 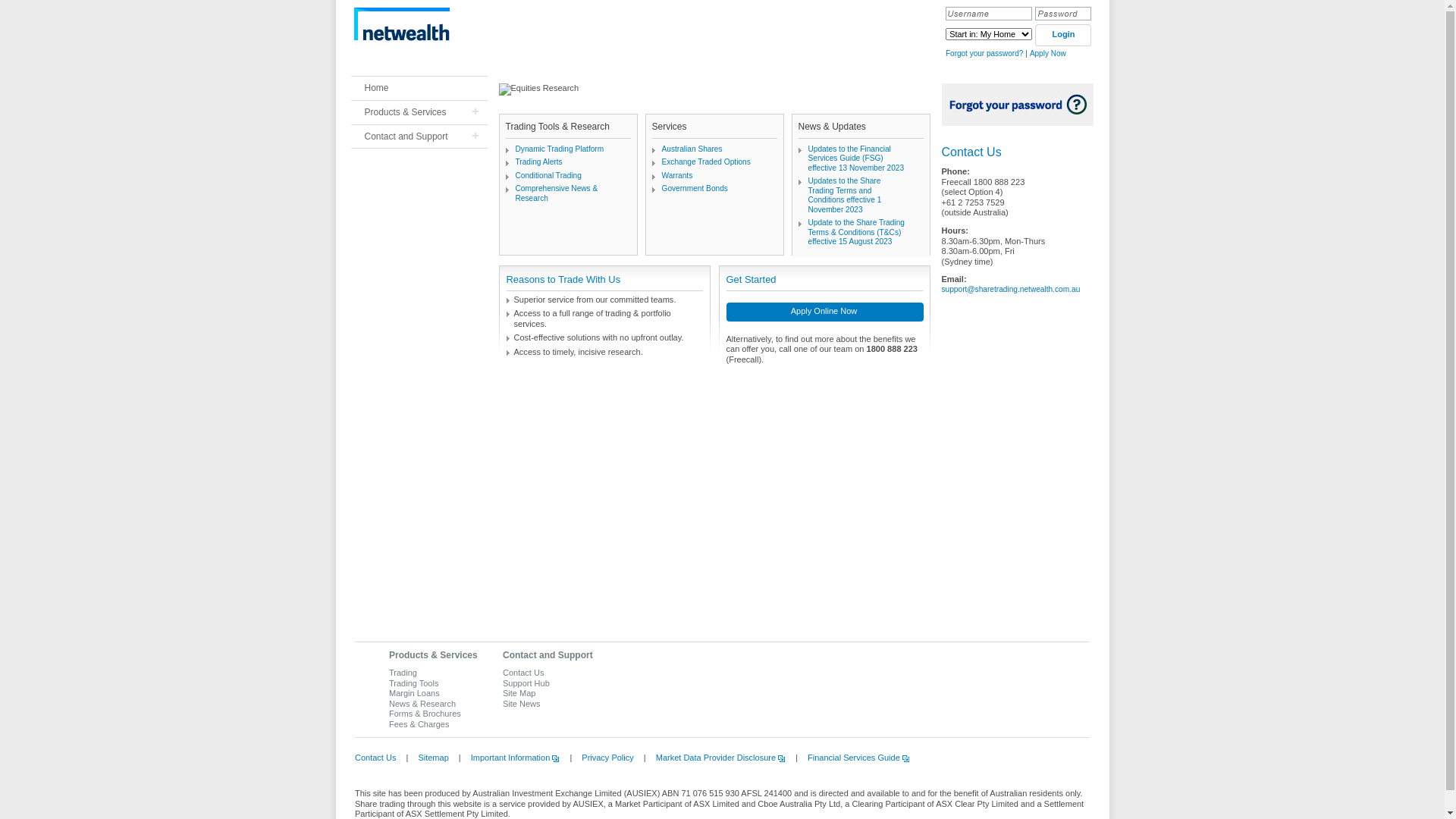 I want to click on 'Warrants', so click(x=661, y=174).